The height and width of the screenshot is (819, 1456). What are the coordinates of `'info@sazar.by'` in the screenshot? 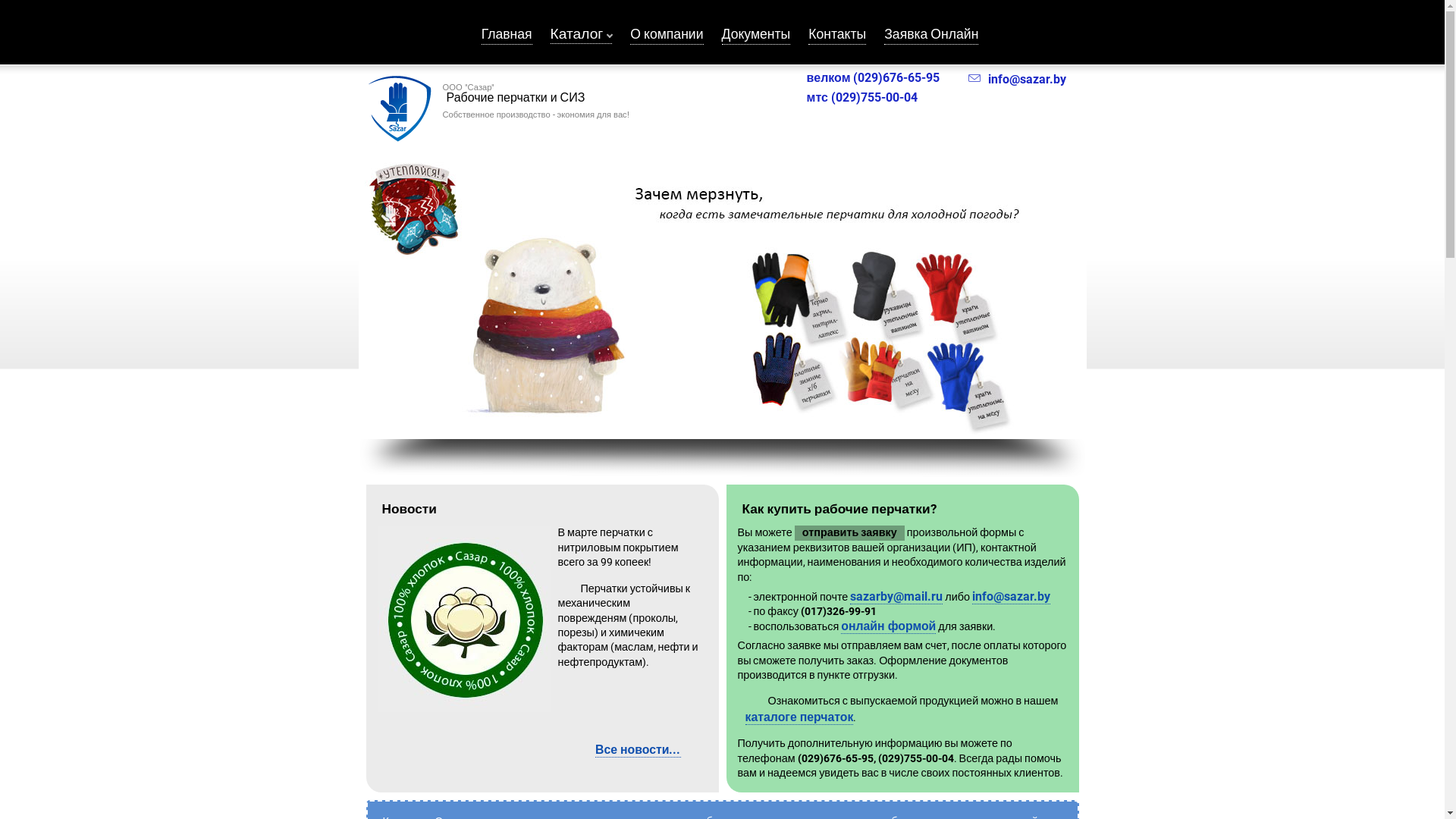 It's located at (1016, 79).